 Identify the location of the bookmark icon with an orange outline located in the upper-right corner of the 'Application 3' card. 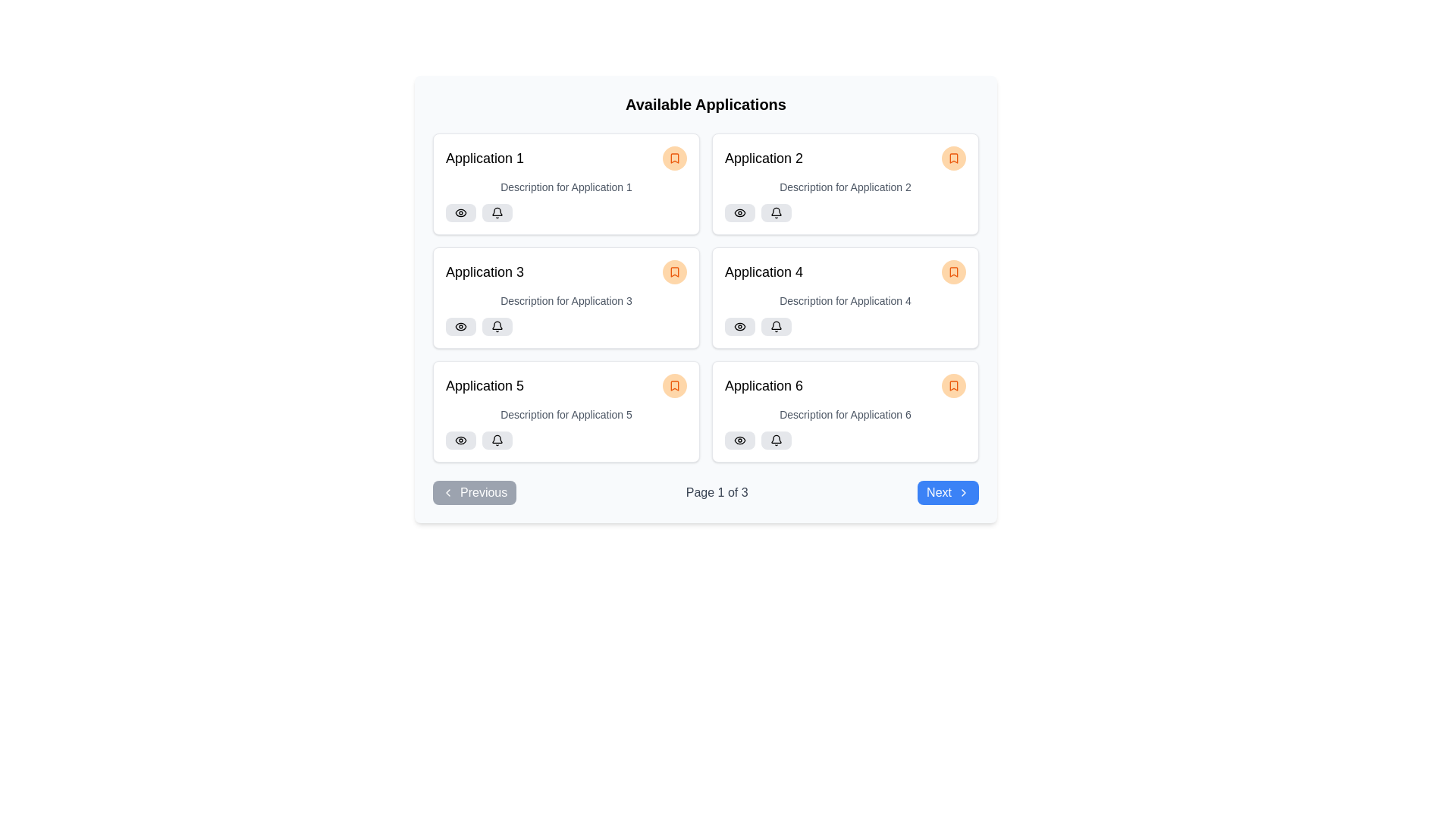
(673, 271).